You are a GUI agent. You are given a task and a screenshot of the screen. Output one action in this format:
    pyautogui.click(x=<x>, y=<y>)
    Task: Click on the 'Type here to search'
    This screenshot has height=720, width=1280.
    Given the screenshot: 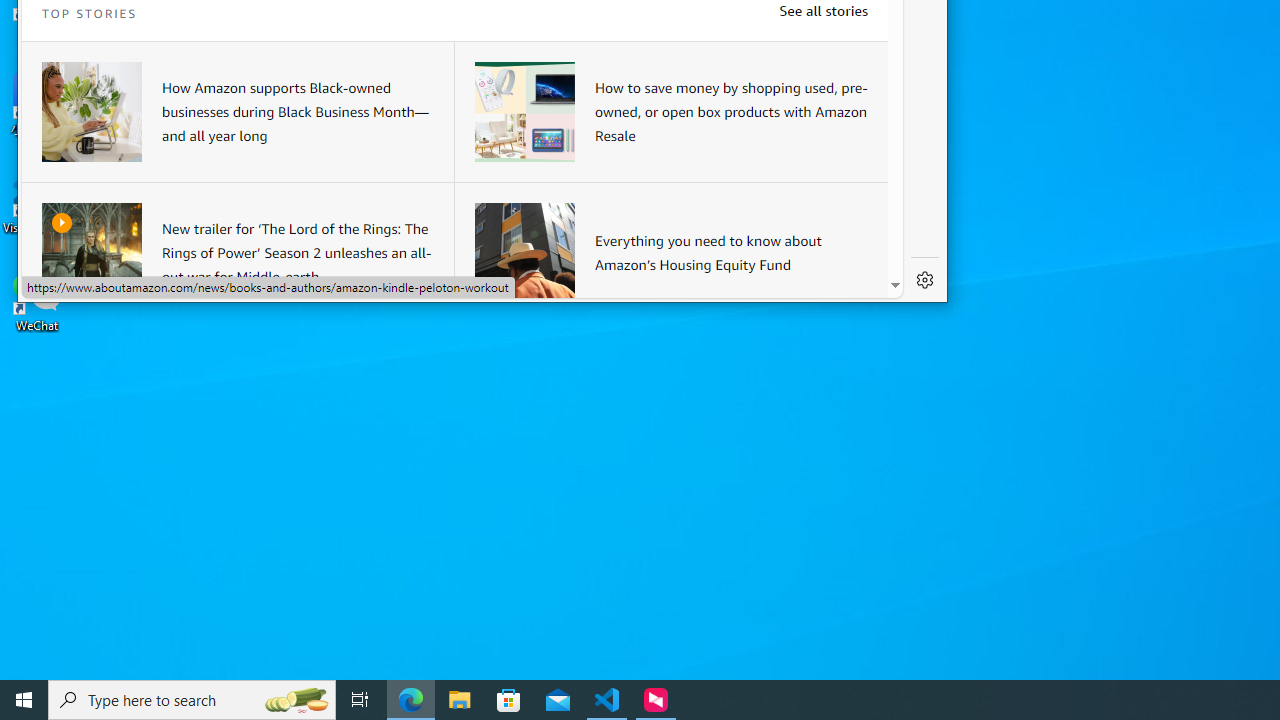 What is the action you would take?
    pyautogui.click(x=192, y=698)
    